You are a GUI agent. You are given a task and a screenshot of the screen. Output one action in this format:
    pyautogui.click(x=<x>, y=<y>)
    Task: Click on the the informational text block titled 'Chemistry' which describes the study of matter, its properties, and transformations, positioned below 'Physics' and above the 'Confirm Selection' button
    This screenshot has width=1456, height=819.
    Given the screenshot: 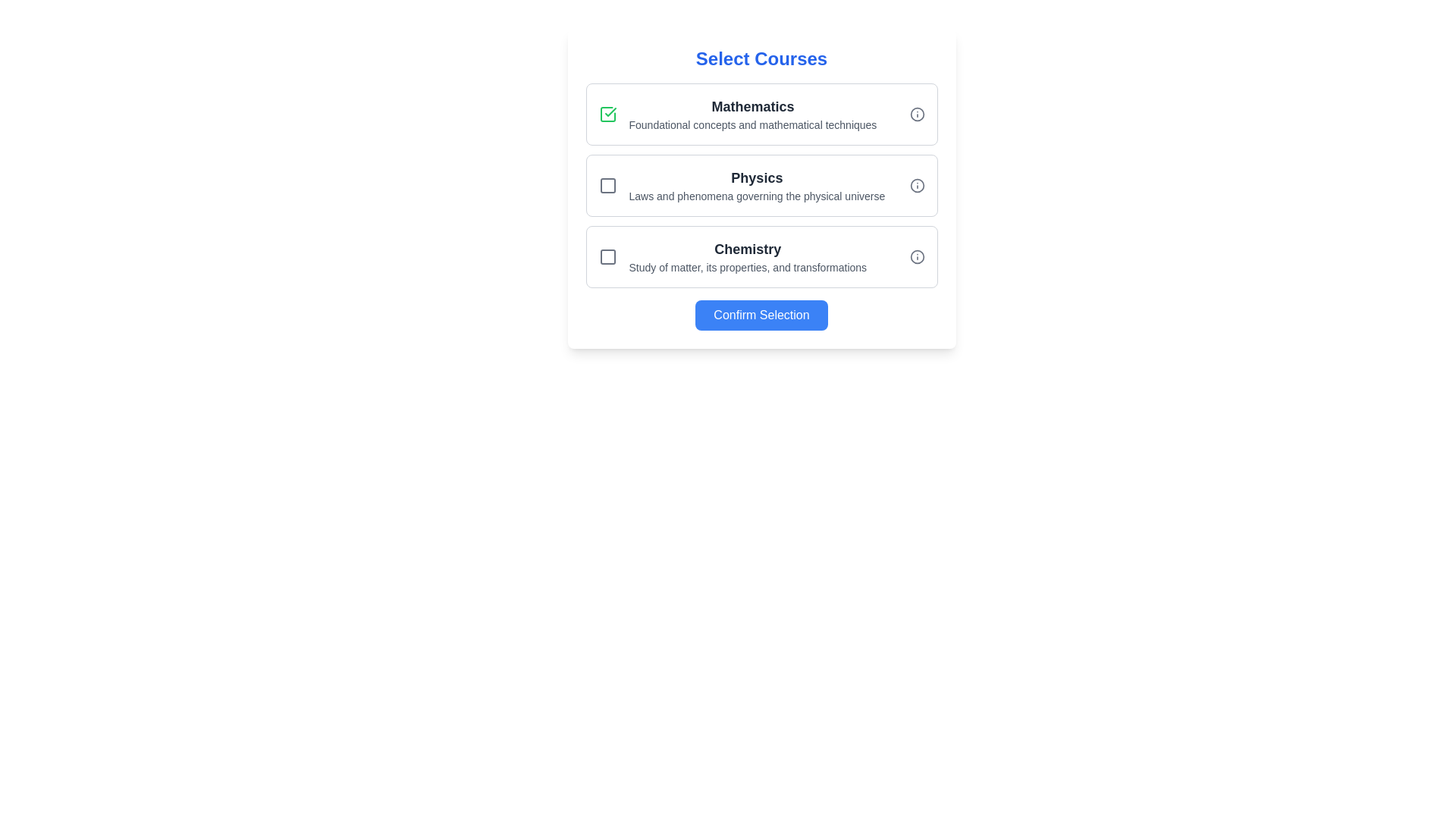 What is the action you would take?
    pyautogui.click(x=733, y=256)
    